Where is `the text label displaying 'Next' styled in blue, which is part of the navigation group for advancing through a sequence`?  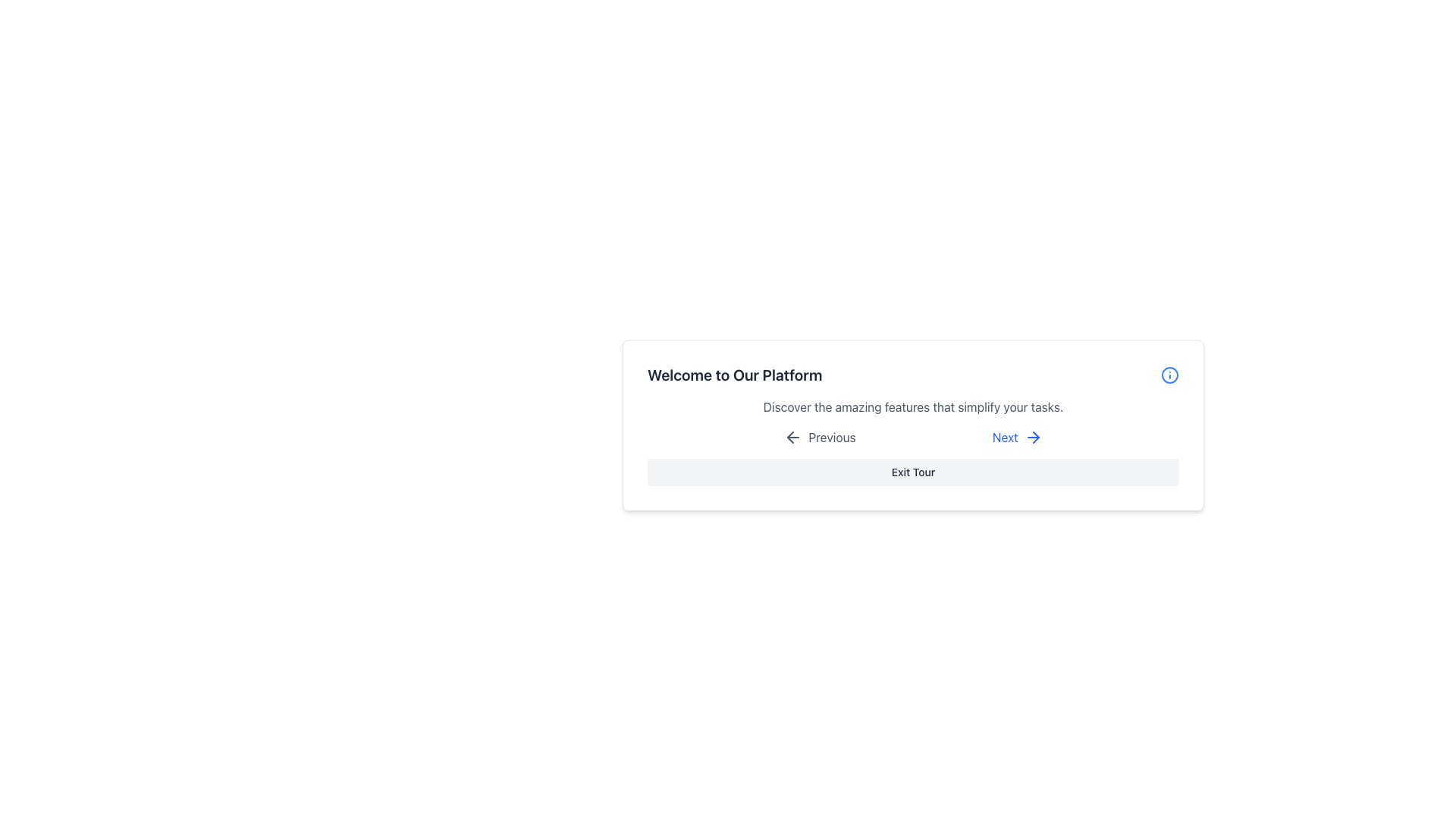 the text label displaying 'Next' styled in blue, which is part of the navigation group for advancing through a sequence is located at coordinates (1005, 438).